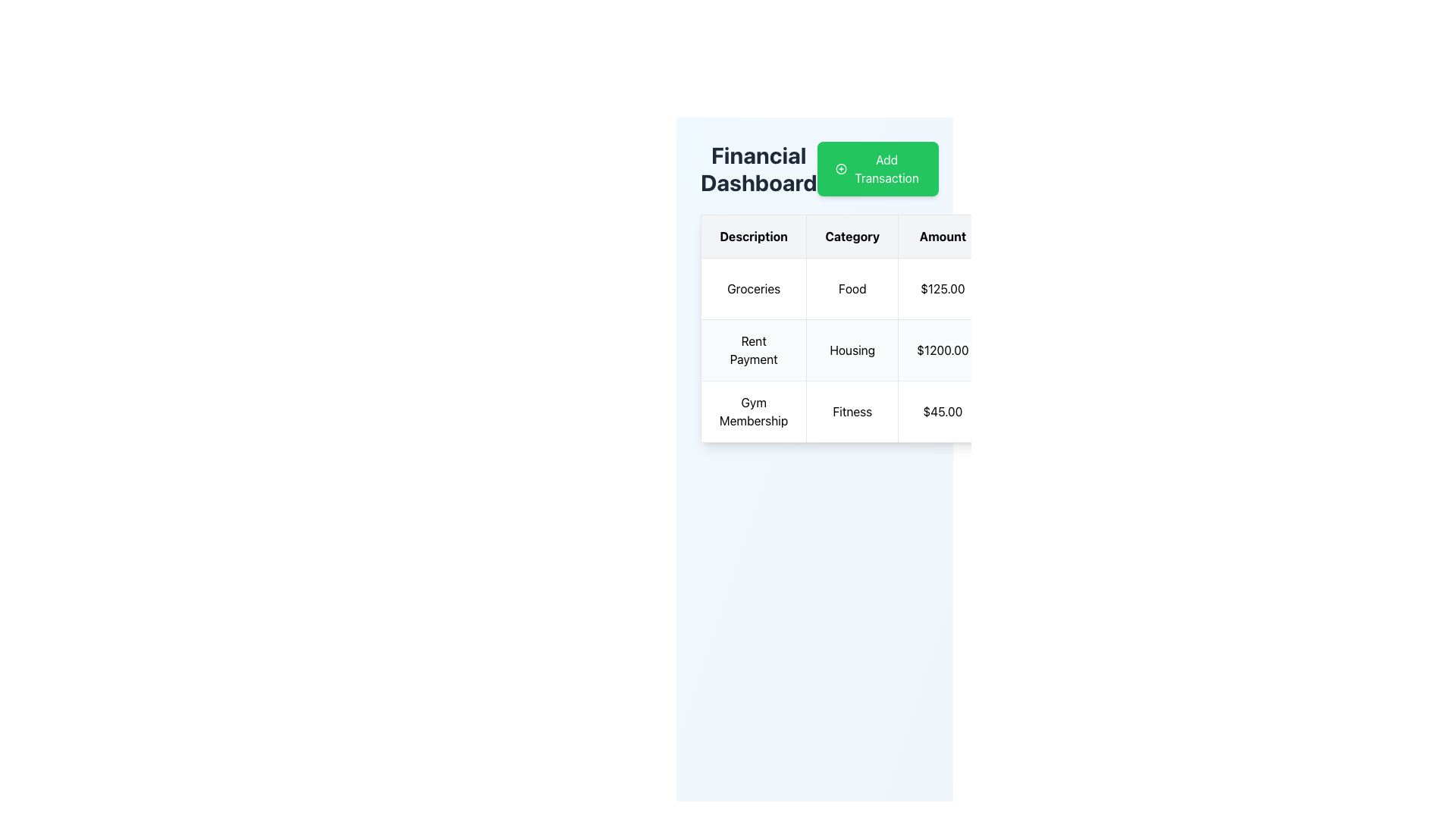 The image size is (1456, 819). What do you see at coordinates (754, 237) in the screenshot?
I see `the 'Description' text label, which is the first header in a table, rendered in bold black font on a light gray background` at bounding box center [754, 237].